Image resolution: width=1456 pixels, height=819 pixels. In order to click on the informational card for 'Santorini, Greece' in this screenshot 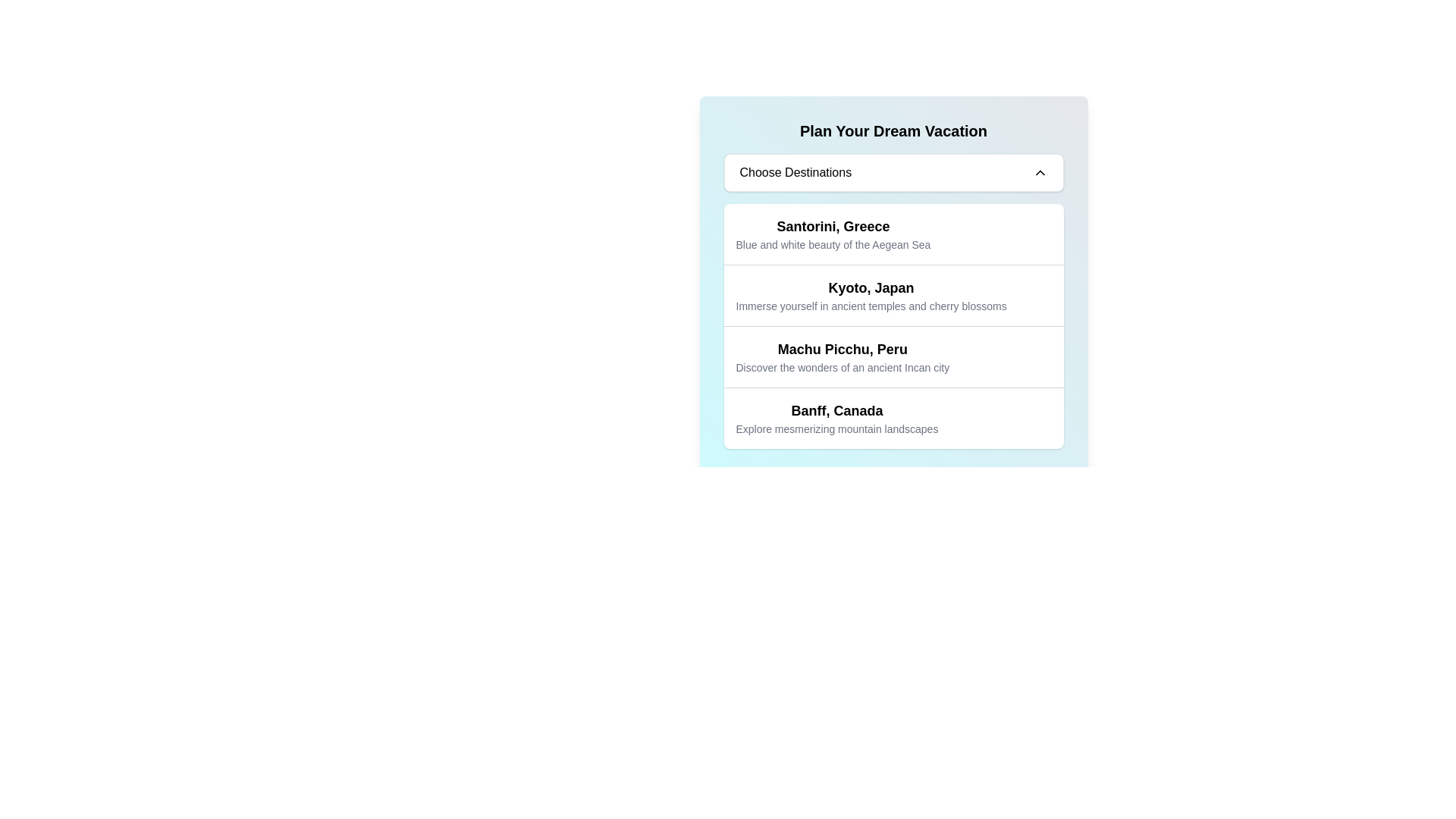, I will do `click(893, 234)`.